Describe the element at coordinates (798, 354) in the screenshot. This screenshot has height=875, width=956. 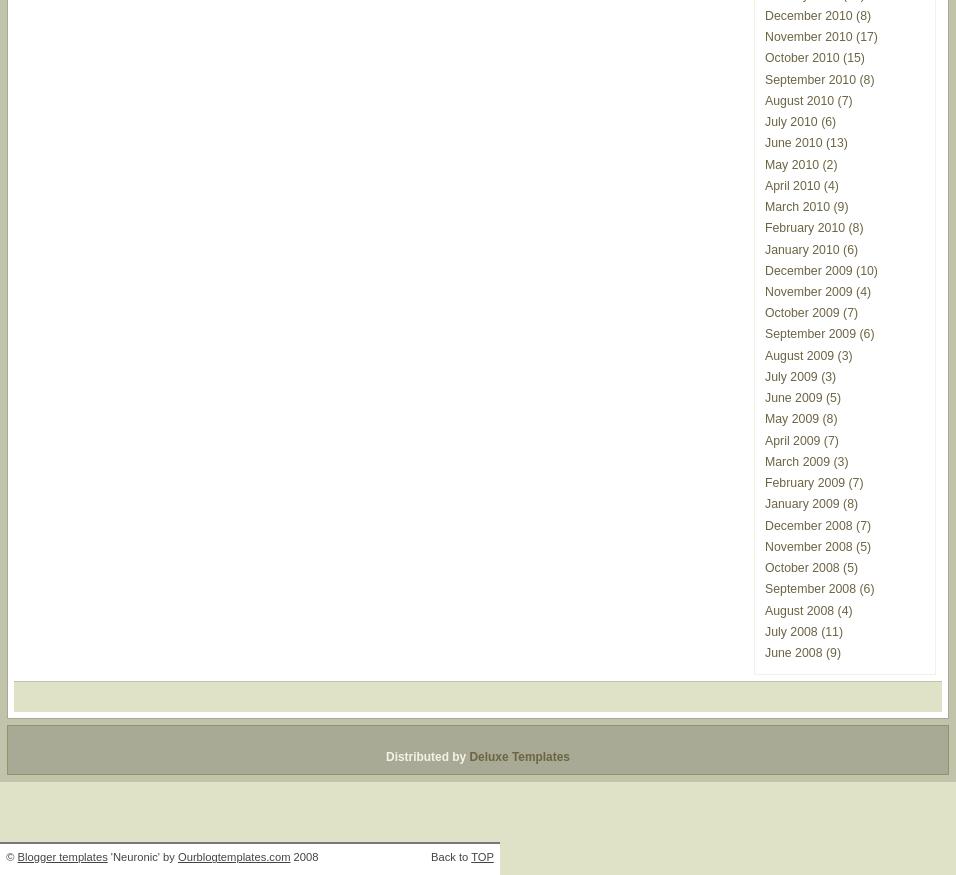
I see `'August 2009'` at that location.